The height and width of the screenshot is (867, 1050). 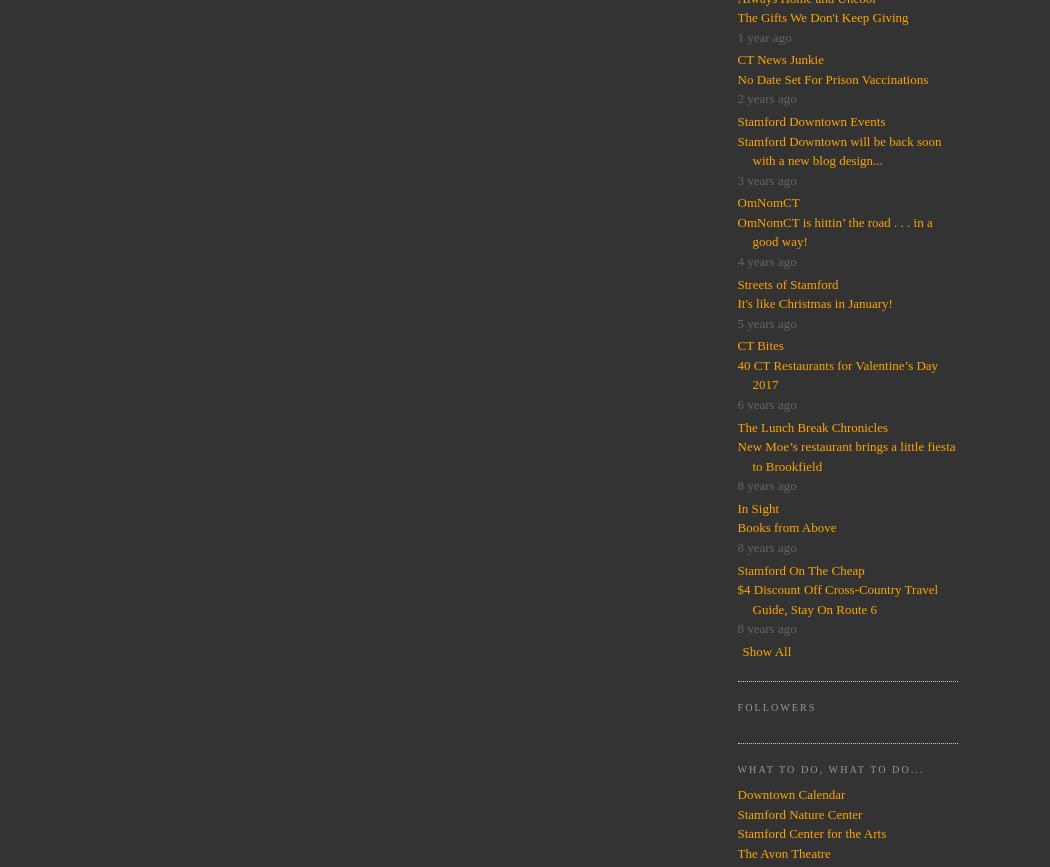 I want to click on '2 years ago', so click(x=766, y=98).